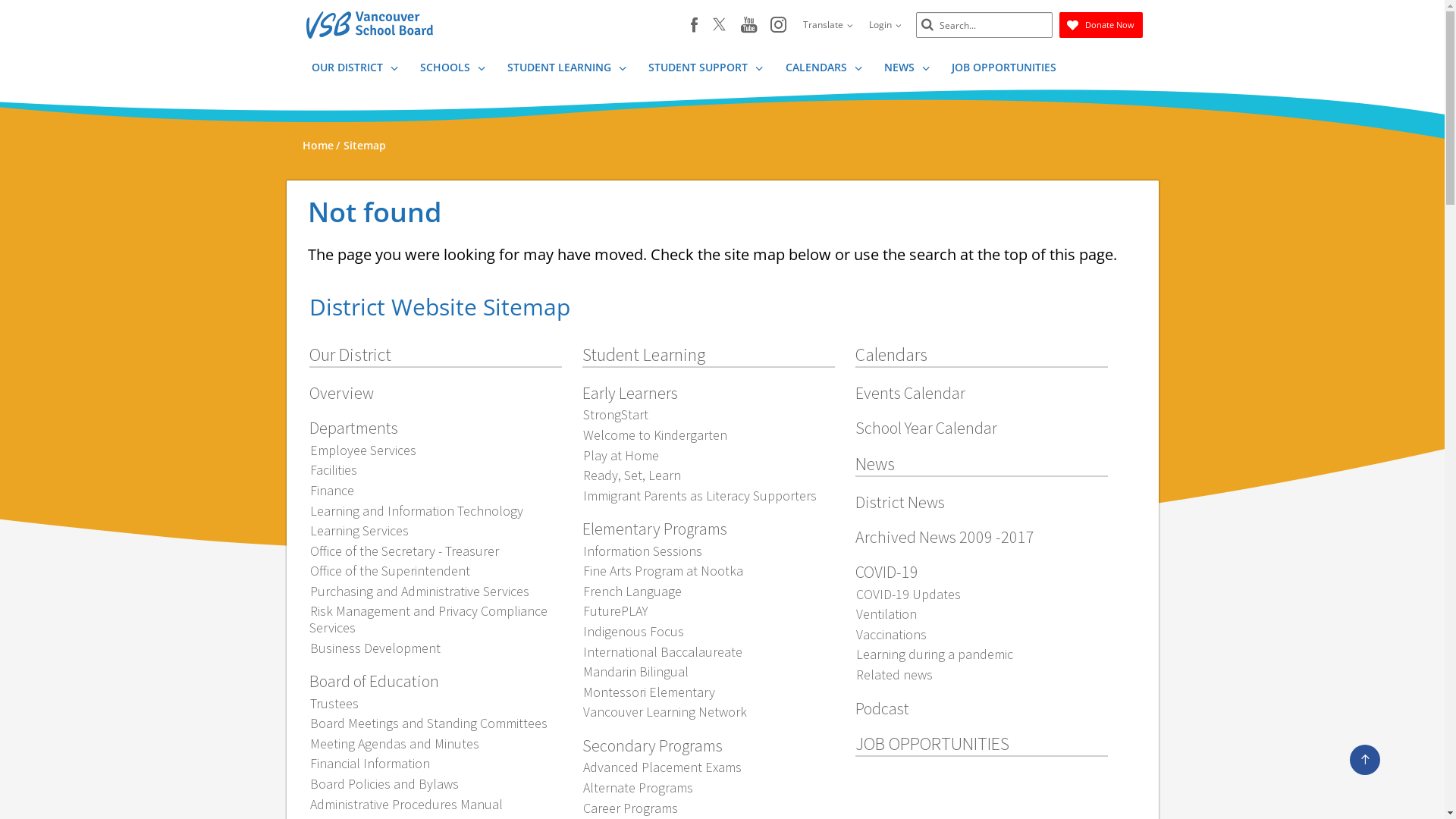  Describe the element at coordinates (926, 25) in the screenshot. I see `'Submit'` at that location.